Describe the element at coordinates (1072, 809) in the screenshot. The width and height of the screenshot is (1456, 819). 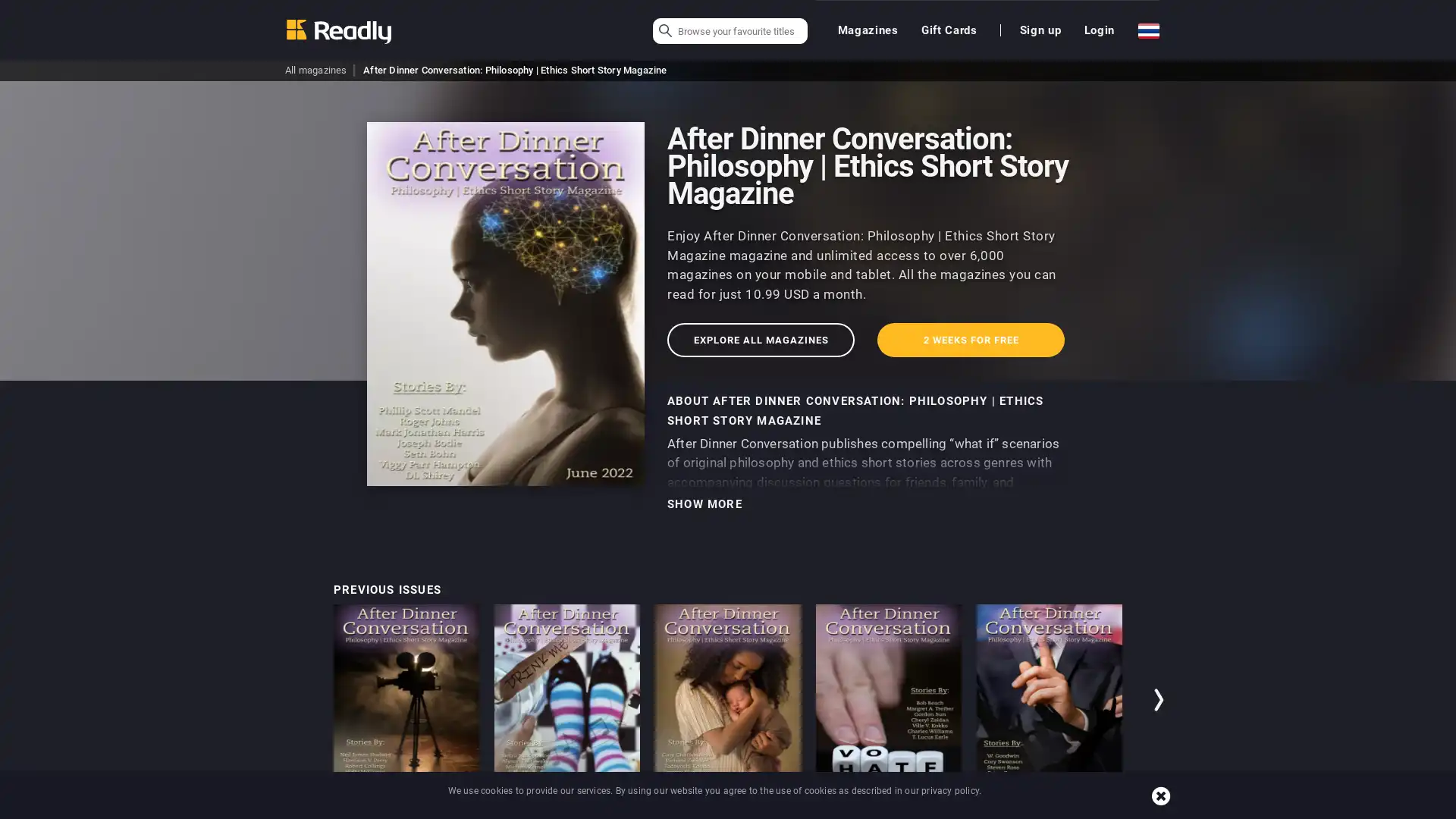
I see `3` at that location.